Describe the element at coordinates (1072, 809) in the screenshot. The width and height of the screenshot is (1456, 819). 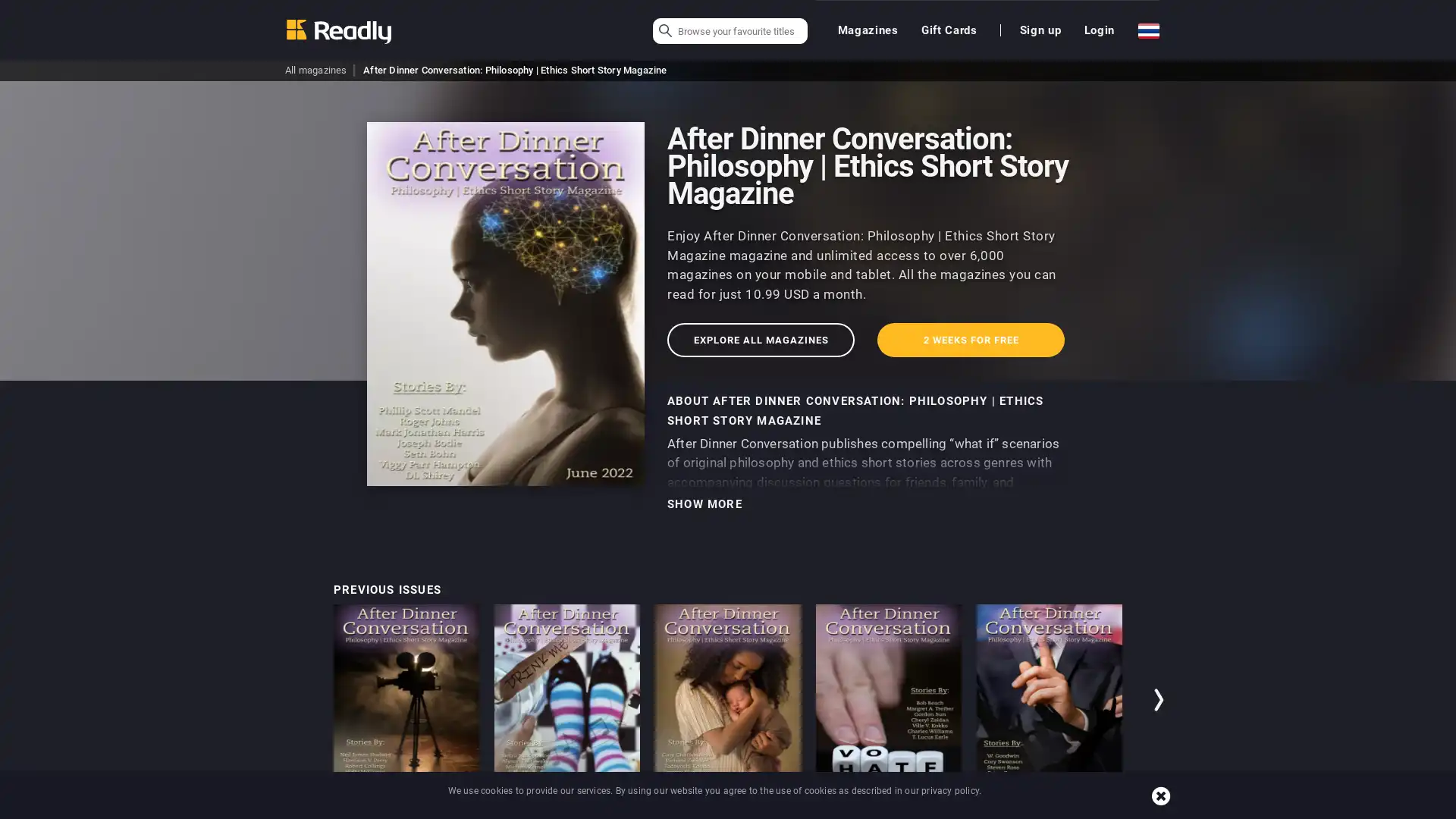
I see `3` at that location.